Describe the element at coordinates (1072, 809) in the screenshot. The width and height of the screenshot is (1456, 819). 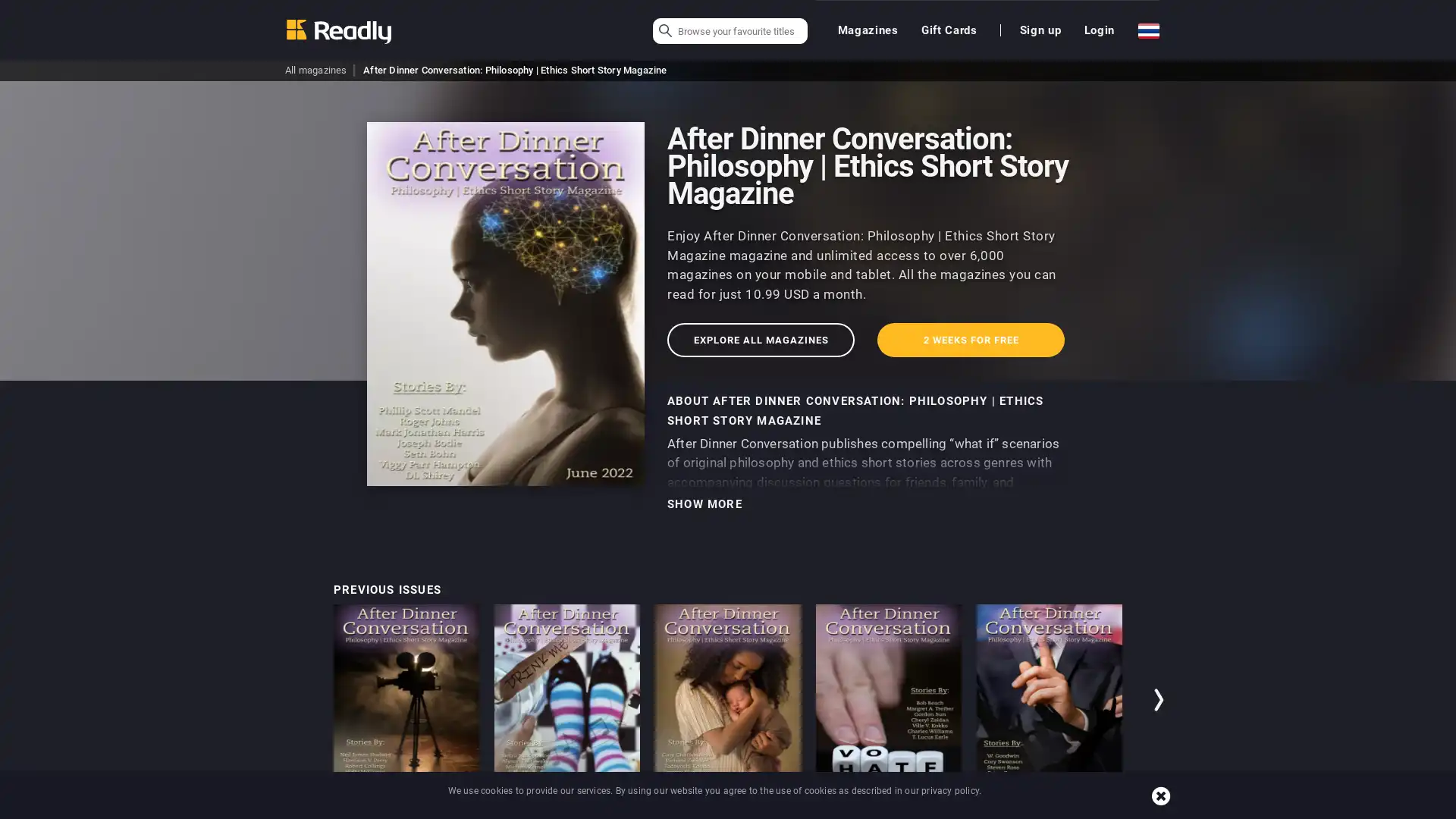
I see `3` at that location.